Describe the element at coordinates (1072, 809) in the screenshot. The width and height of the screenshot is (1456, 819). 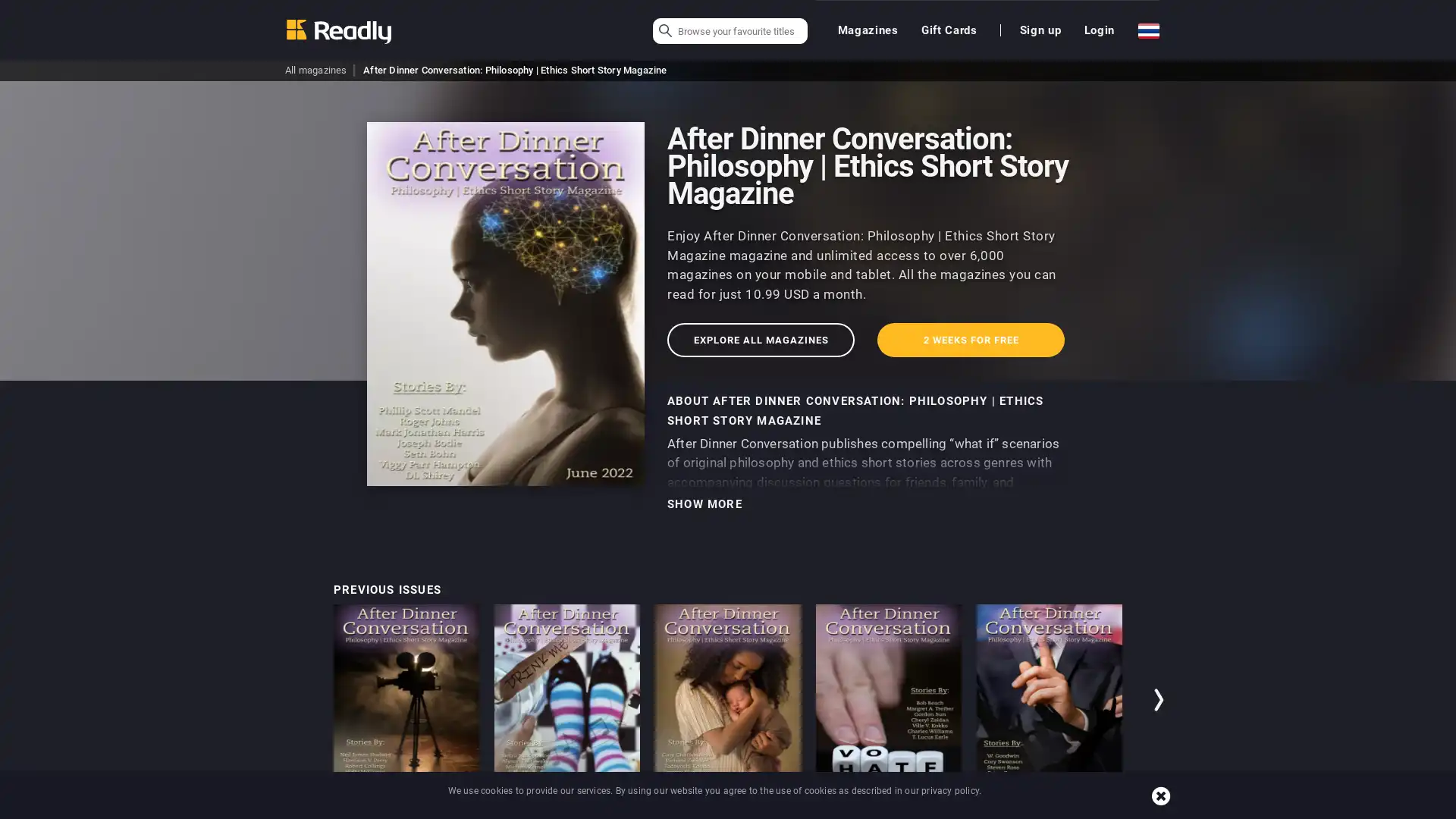
I see `3` at that location.